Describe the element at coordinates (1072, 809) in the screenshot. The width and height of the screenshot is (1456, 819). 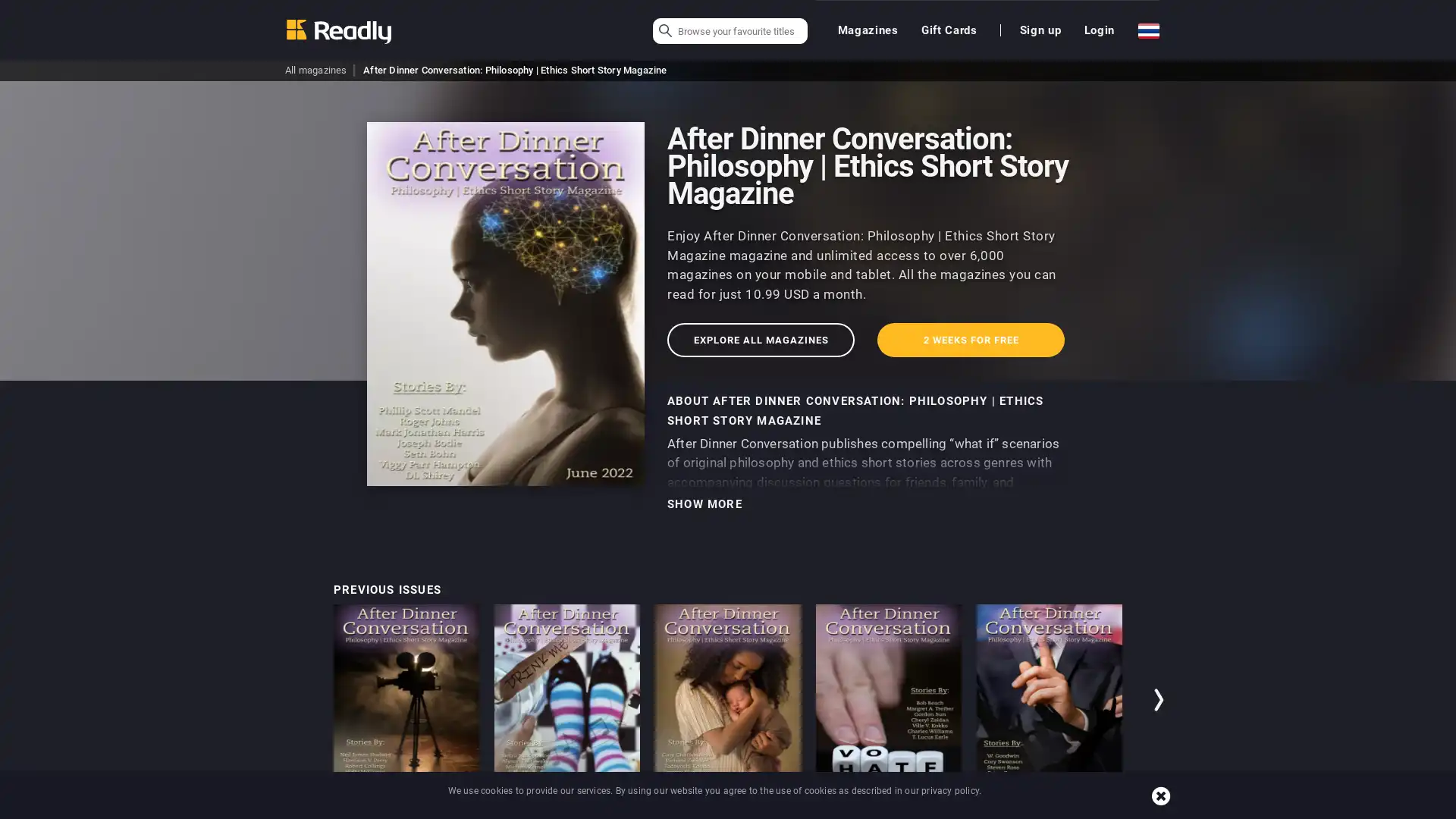
I see `3` at that location.